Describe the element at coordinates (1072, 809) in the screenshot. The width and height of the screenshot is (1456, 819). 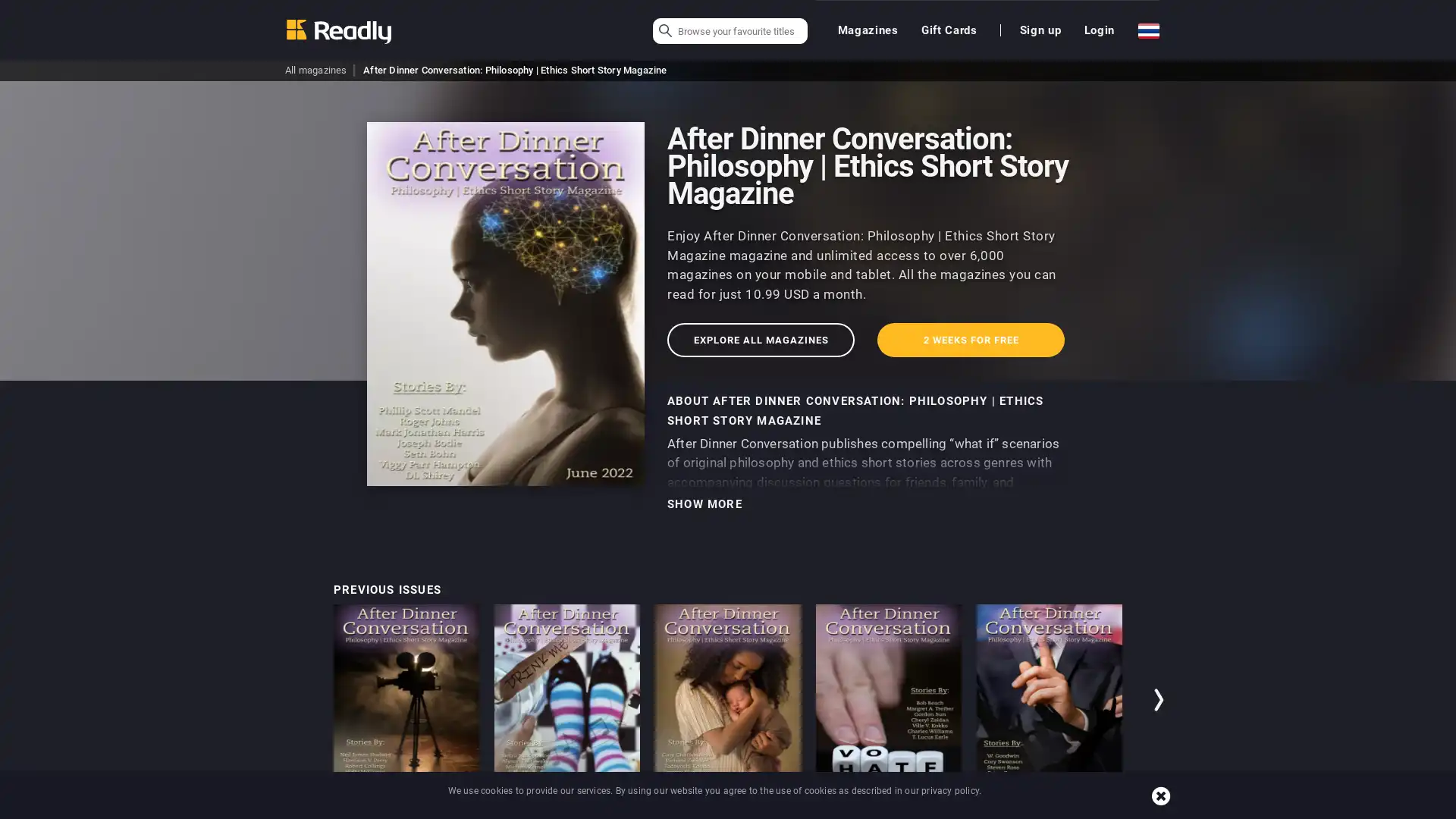
I see `3` at that location.